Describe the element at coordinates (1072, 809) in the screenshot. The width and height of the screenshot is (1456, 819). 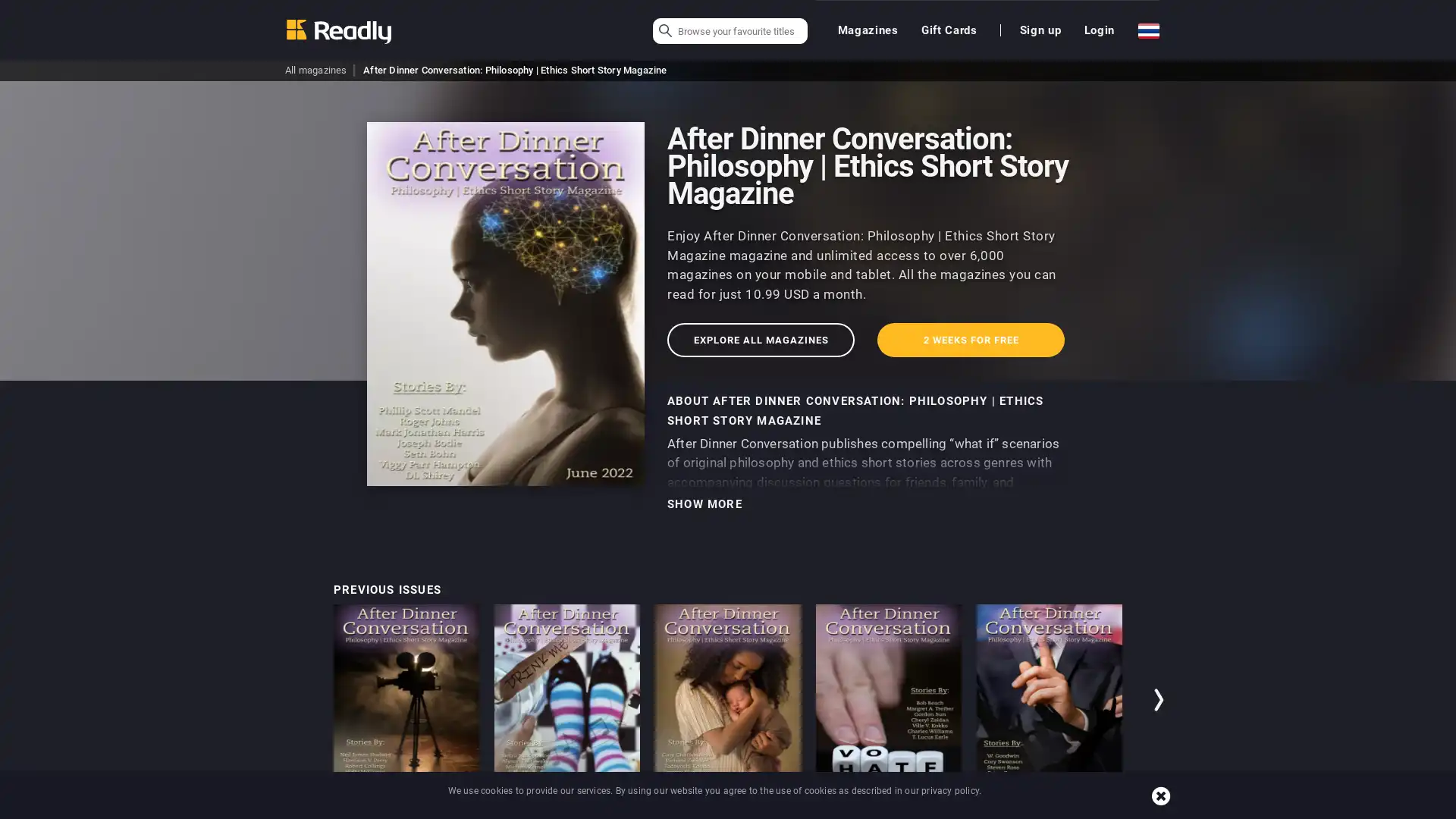
I see `3` at that location.